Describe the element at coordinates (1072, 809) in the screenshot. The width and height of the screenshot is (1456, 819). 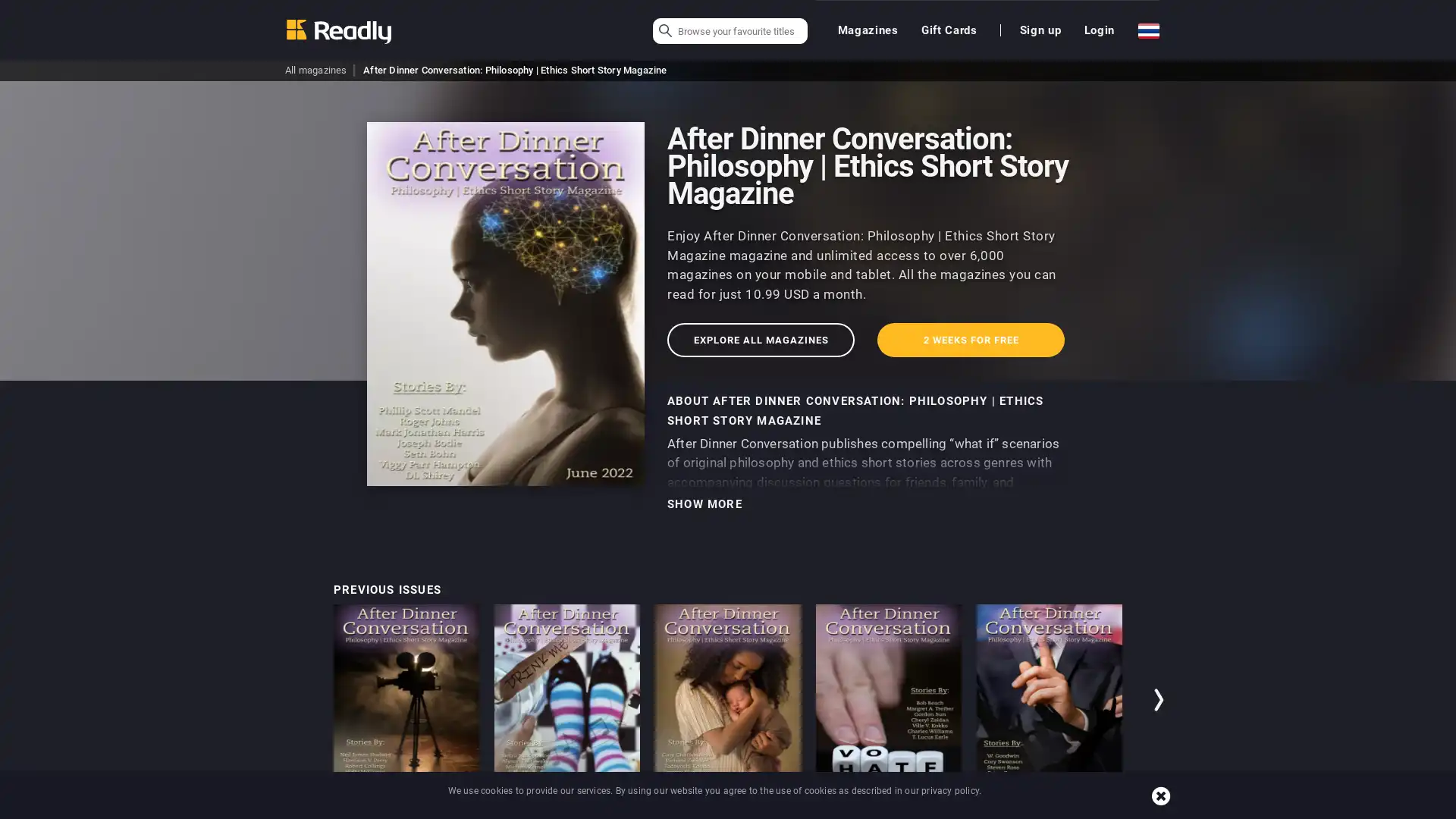
I see `3` at that location.